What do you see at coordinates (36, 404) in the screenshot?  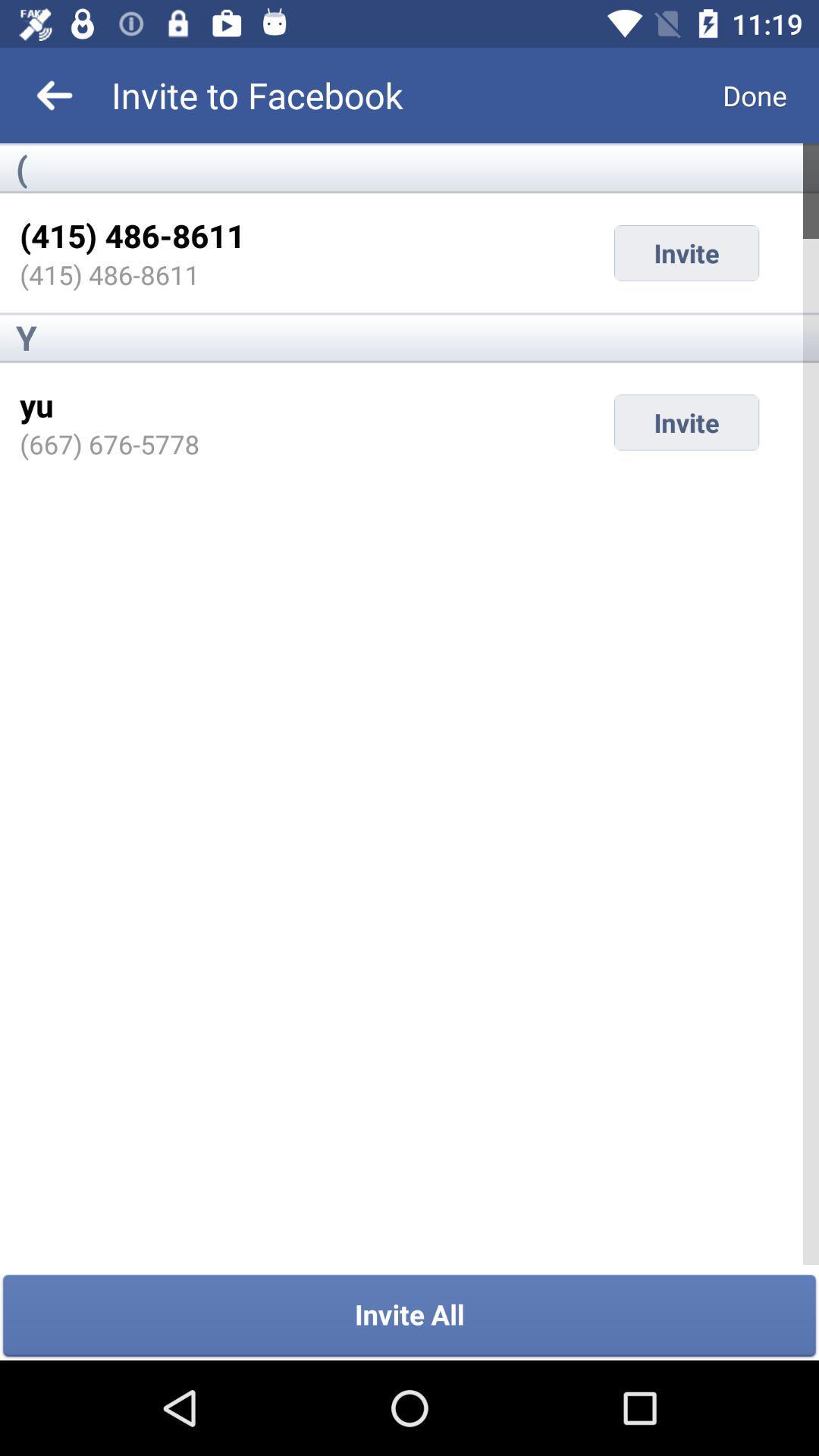 I see `the icon below y item` at bounding box center [36, 404].